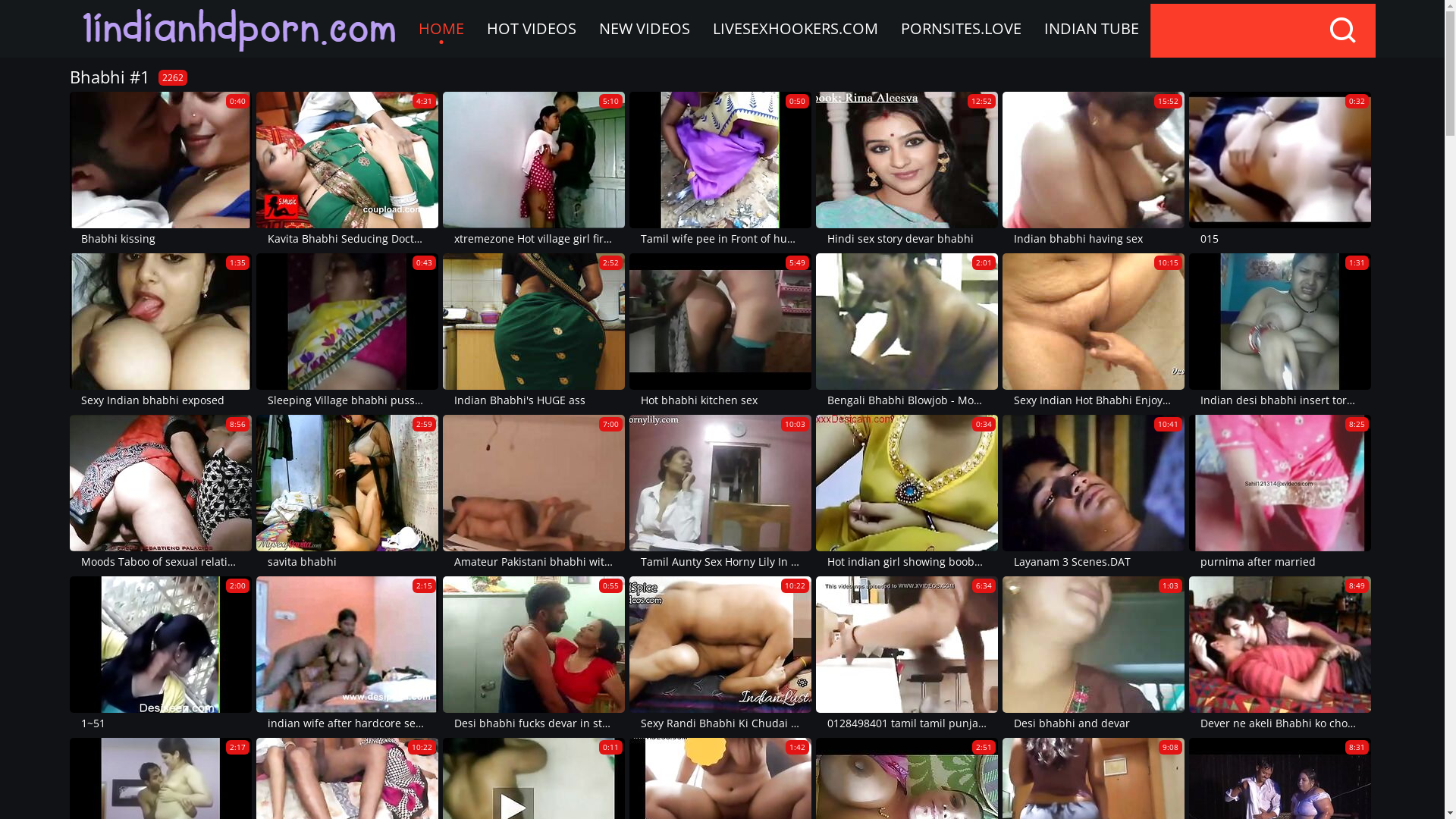  Describe the element at coordinates (959, 29) in the screenshot. I see `'PORNSITES.LOVE'` at that location.